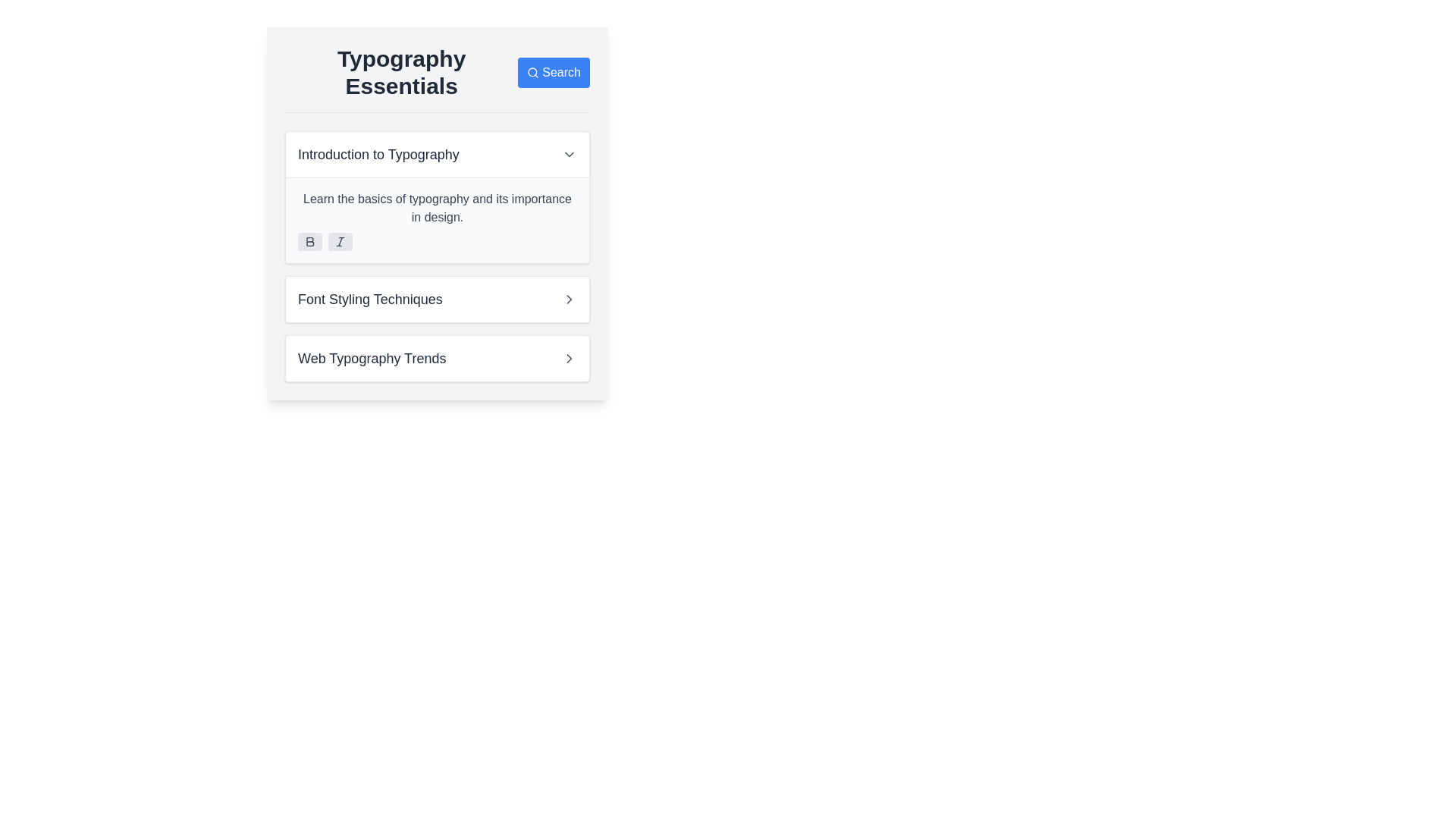 The height and width of the screenshot is (819, 1456). I want to click on the chevron-shaped icon pointing, so click(568, 299).